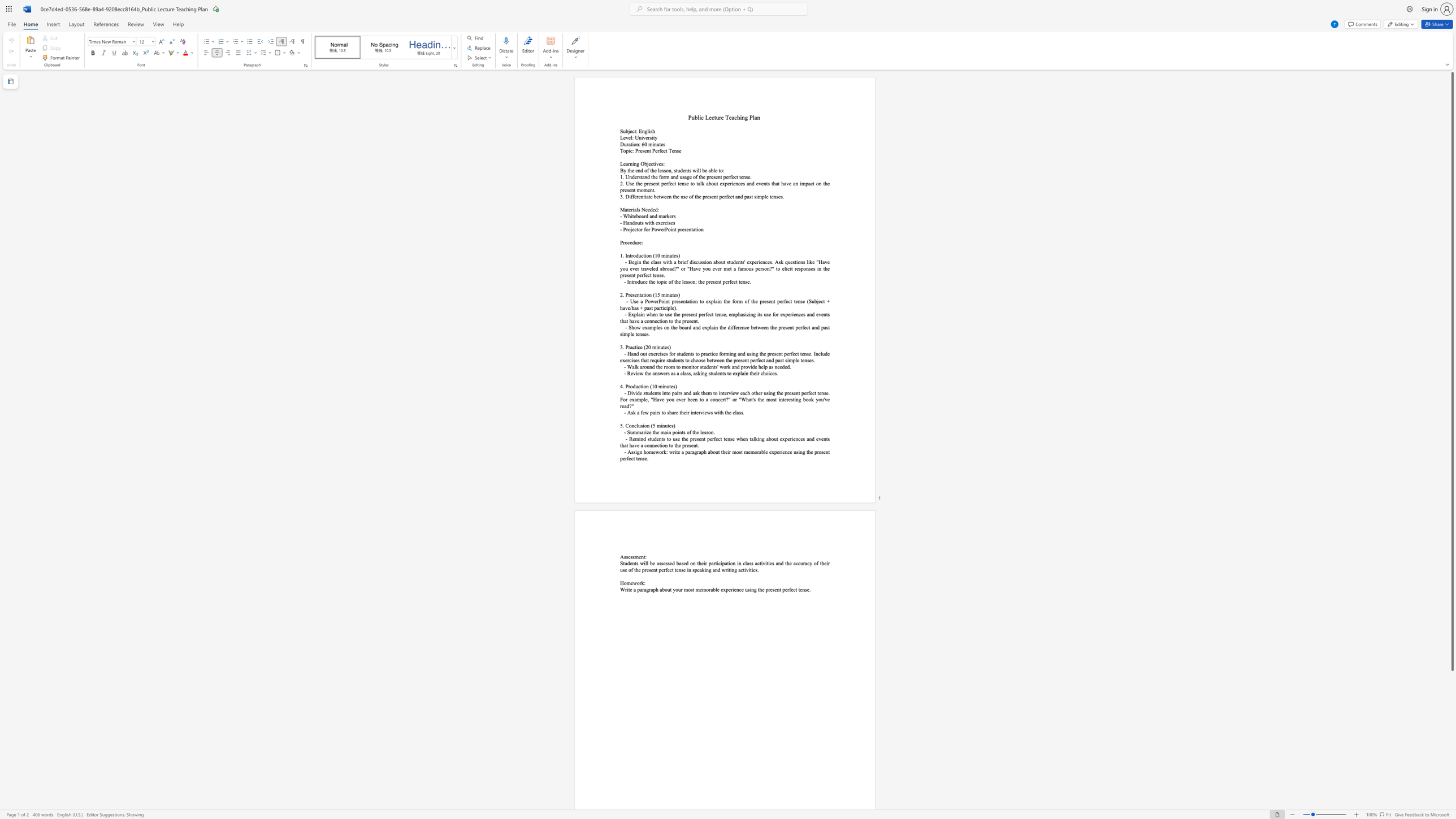  I want to click on the subset text "memorable experi" within the text "- Assign homework: write a paragraph about their most memorable experience using the present perfect tense.", so click(744, 452).